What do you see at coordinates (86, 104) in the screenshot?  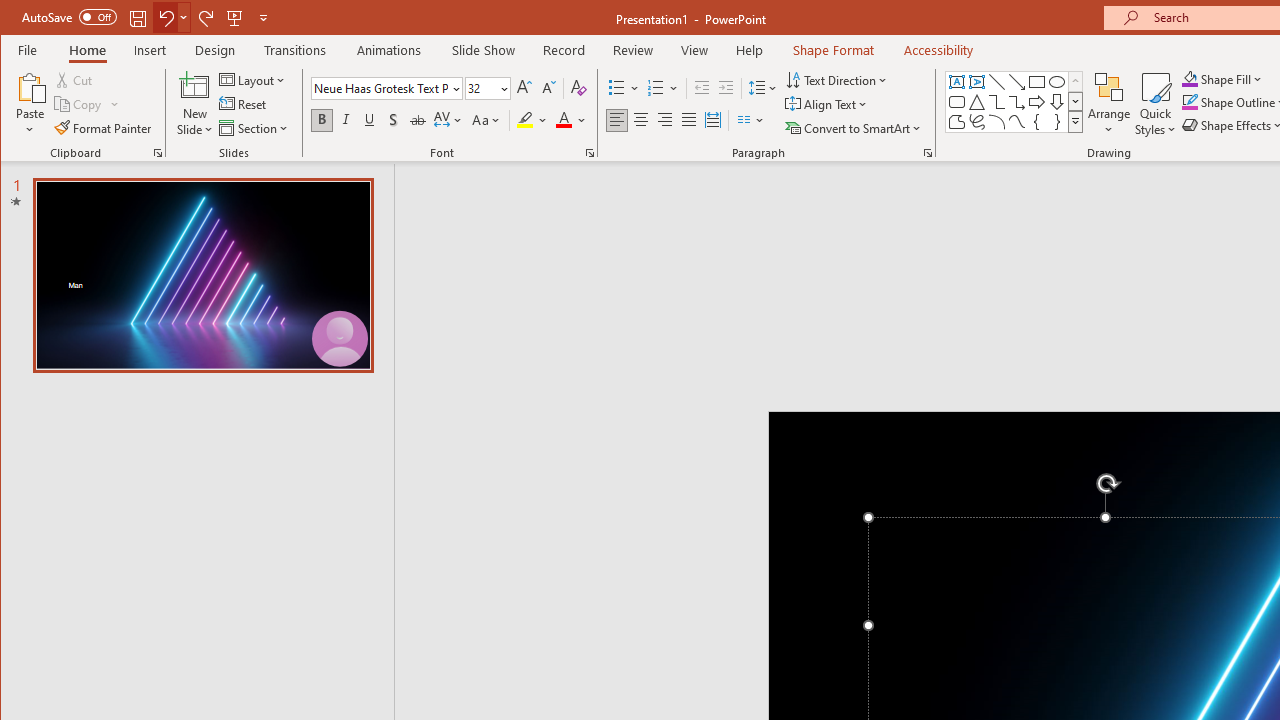 I see `'Copy'` at bounding box center [86, 104].